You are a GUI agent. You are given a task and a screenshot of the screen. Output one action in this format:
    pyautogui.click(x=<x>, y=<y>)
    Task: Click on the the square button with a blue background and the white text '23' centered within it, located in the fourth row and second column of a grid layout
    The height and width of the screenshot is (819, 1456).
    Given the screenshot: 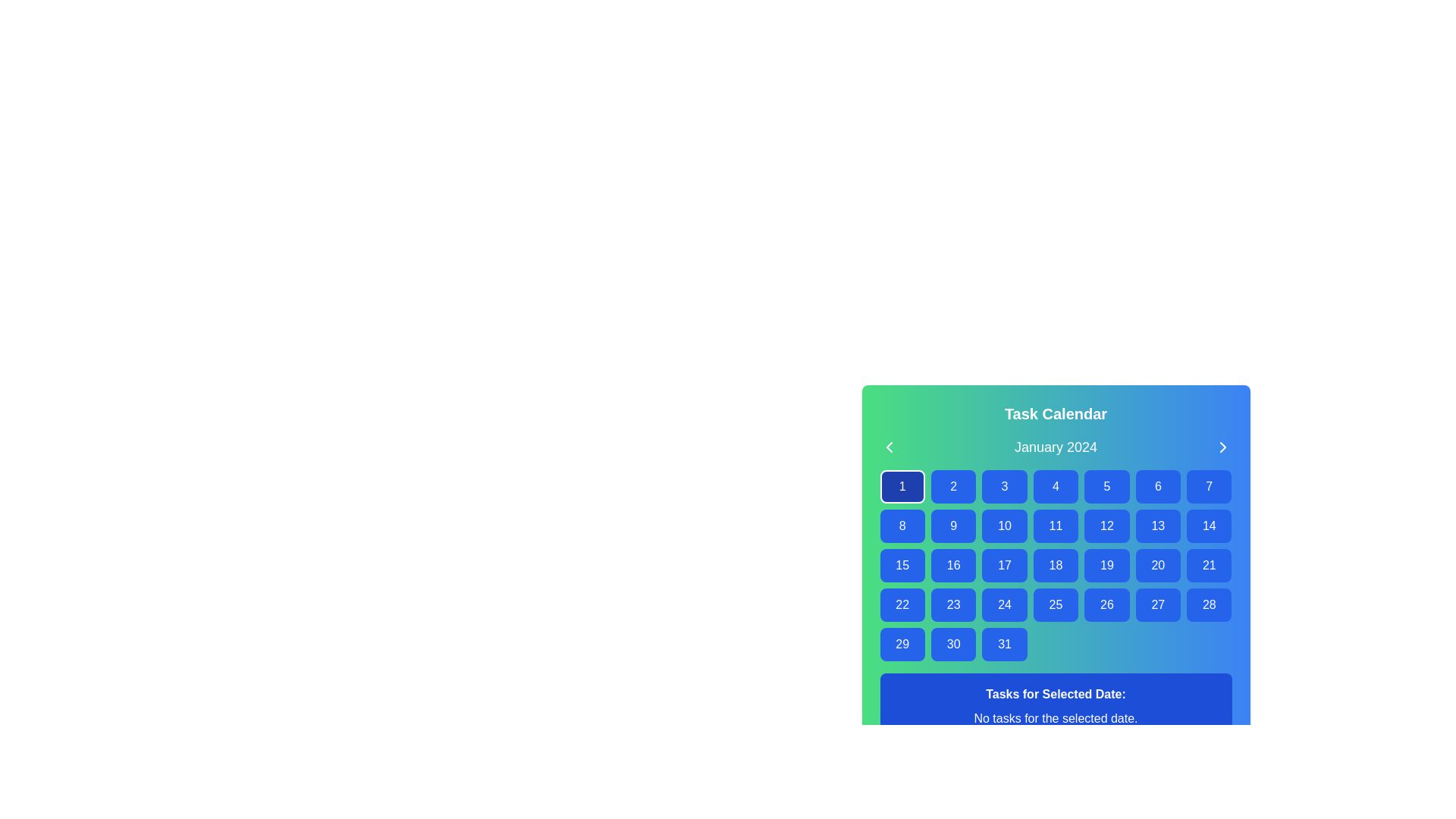 What is the action you would take?
    pyautogui.click(x=952, y=604)
    